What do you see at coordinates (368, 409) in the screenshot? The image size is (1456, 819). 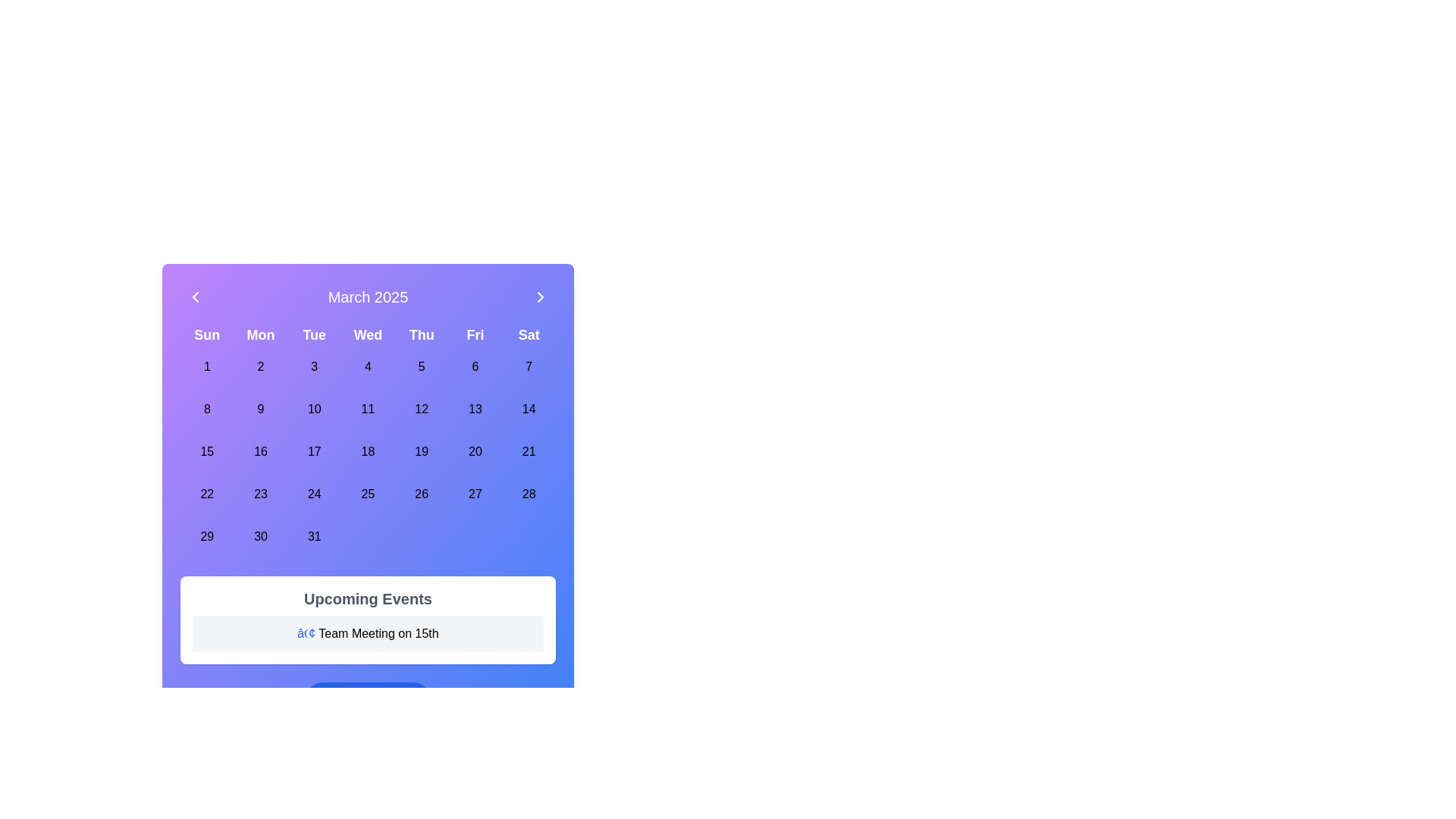 I see `the interactive calendar day cell displaying the number '11' located under the 'Wed' column to trigger styling changes` at bounding box center [368, 409].